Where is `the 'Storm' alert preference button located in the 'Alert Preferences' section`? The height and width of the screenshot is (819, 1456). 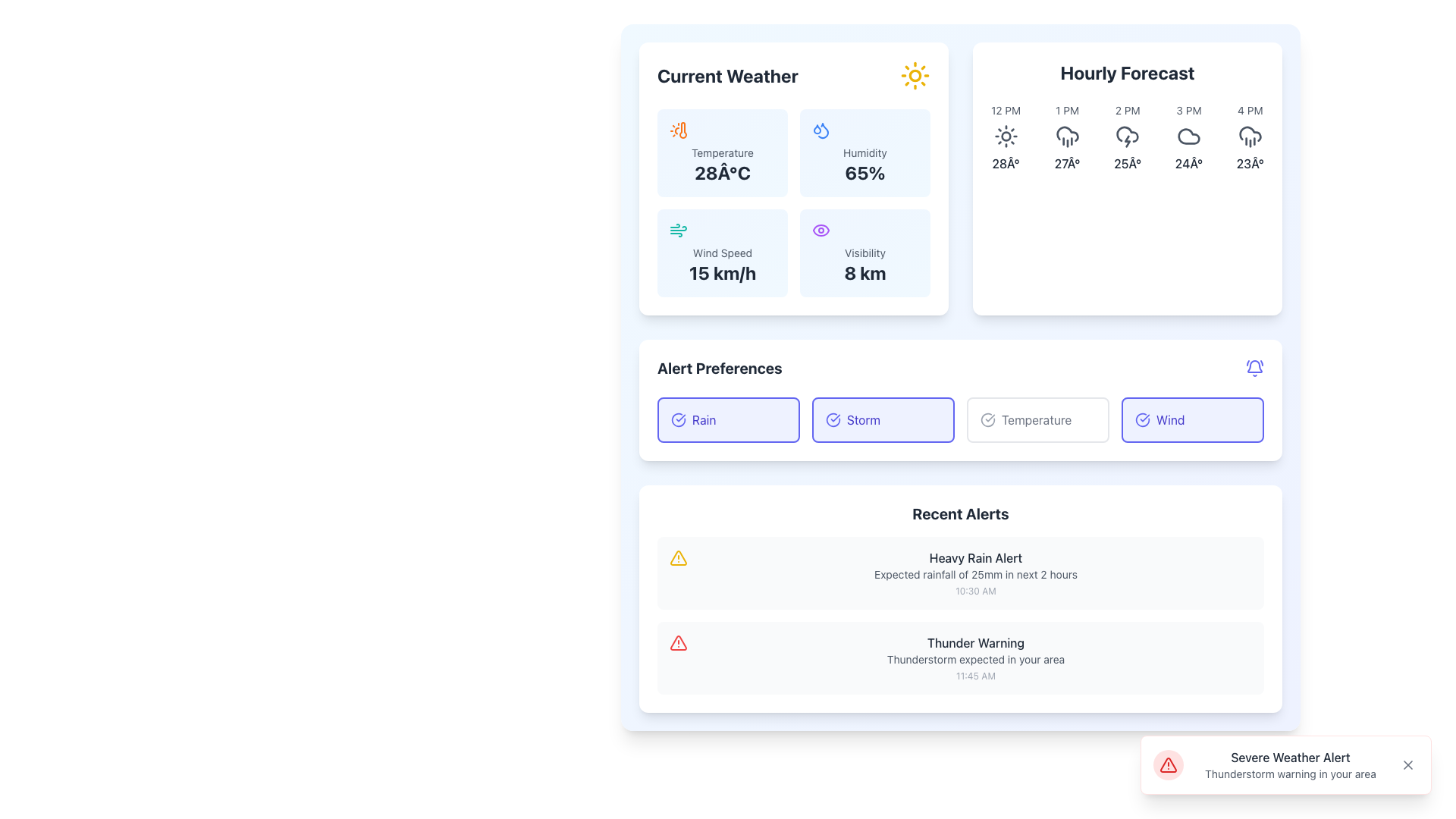
the 'Storm' alert preference button located in the 'Alert Preferences' section is located at coordinates (883, 420).